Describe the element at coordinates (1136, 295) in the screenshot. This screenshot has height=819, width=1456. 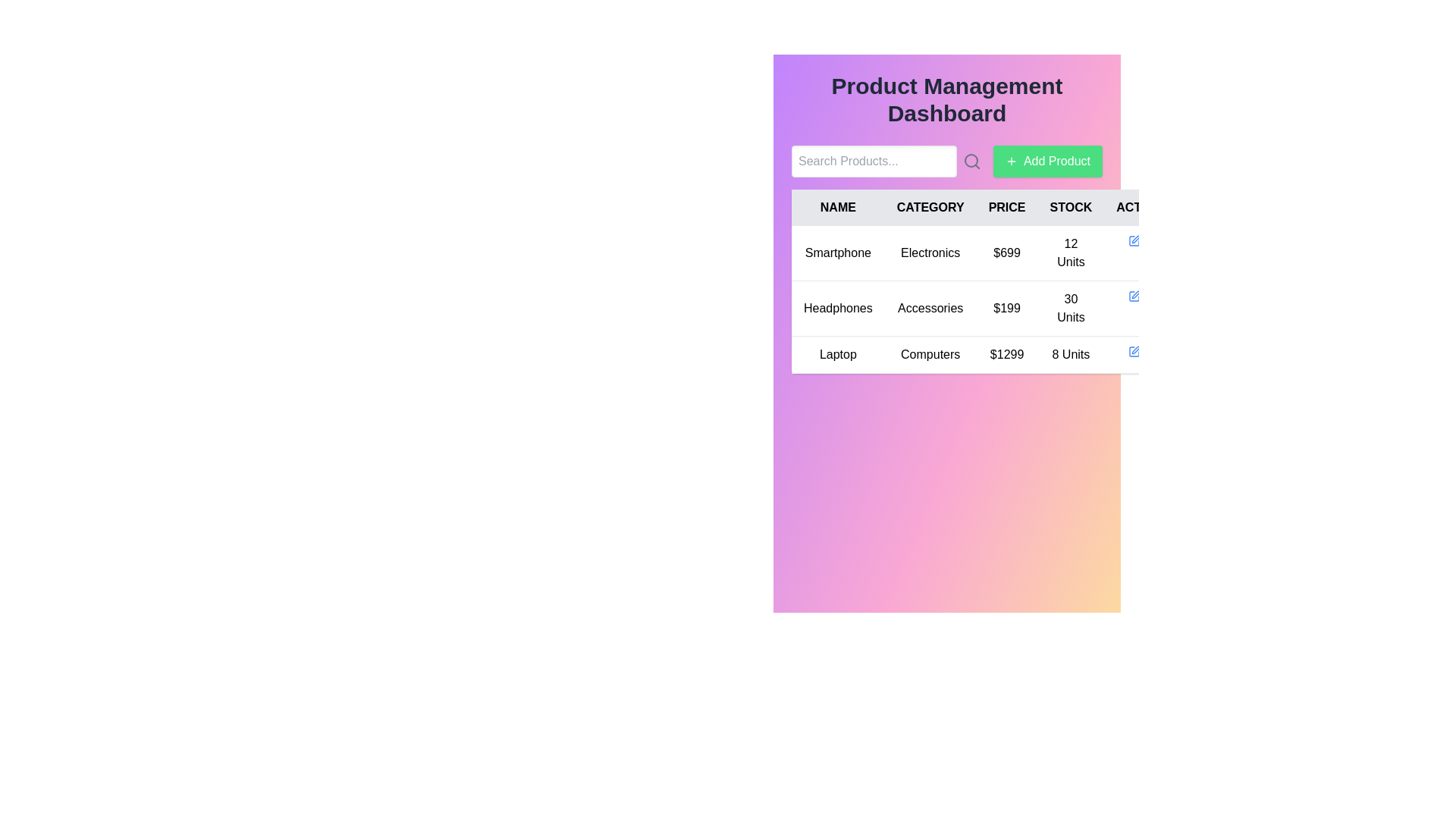
I see `the pen icon located in the 'Actions' column of the table row for 'Headphones' to initiate the editing process` at that location.